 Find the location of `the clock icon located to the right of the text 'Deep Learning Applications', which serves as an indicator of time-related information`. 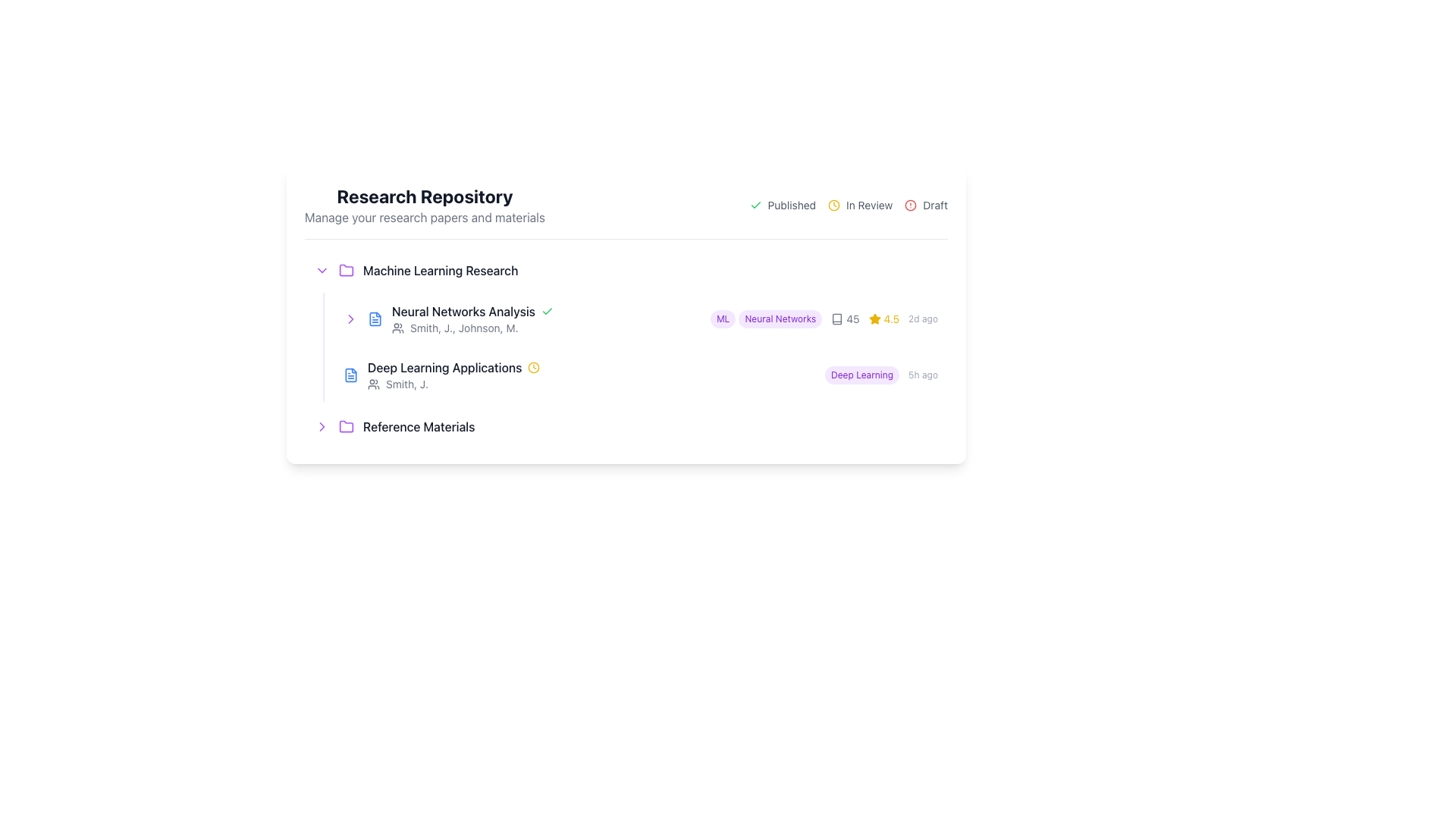

the clock icon located to the right of the text 'Deep Learning Applications', which serves as an indicator of time-related information is located at coordinates (534, 368).